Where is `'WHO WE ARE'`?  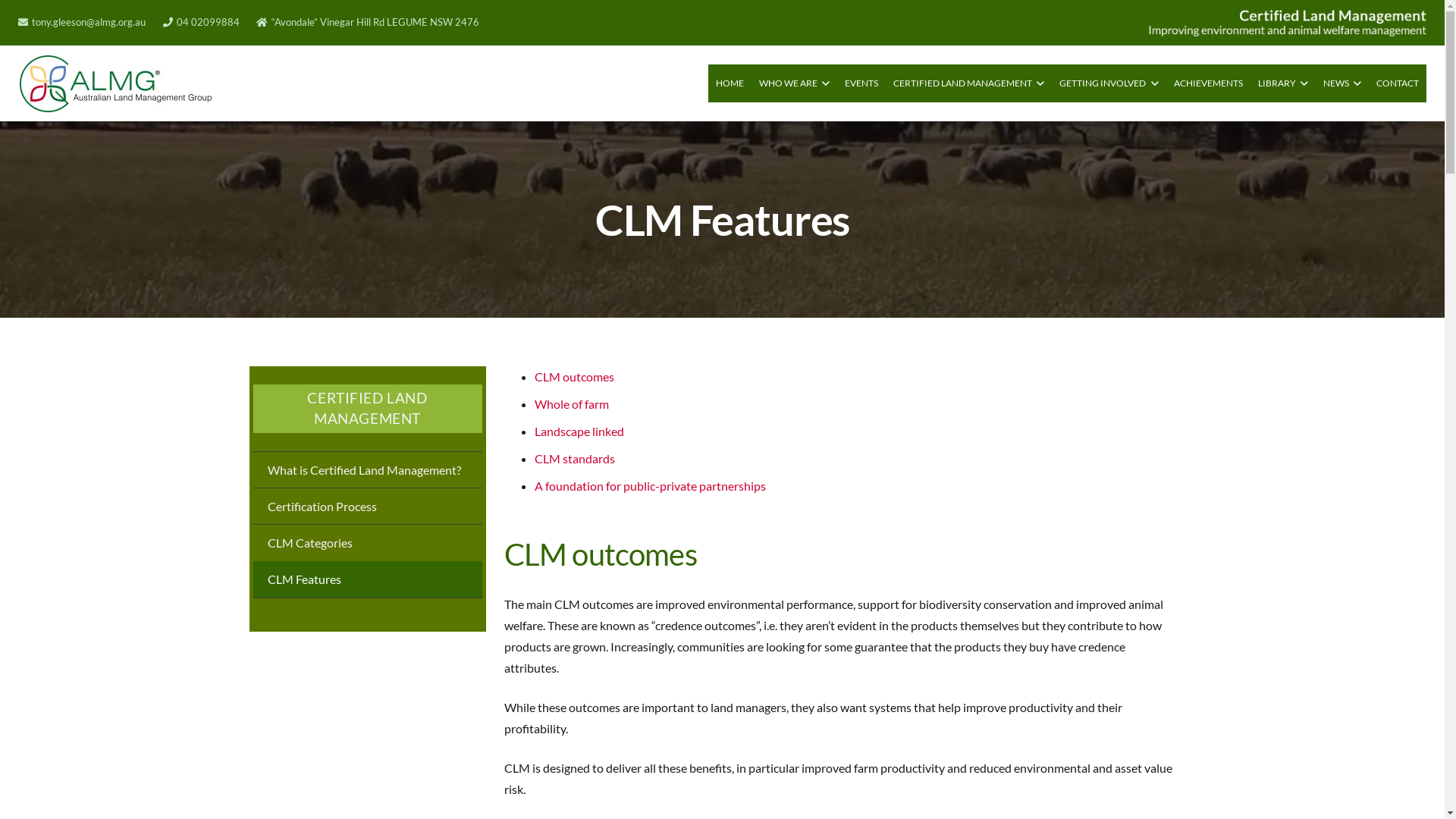
'WHO WE ARE' is located at coordinates (793, 83).